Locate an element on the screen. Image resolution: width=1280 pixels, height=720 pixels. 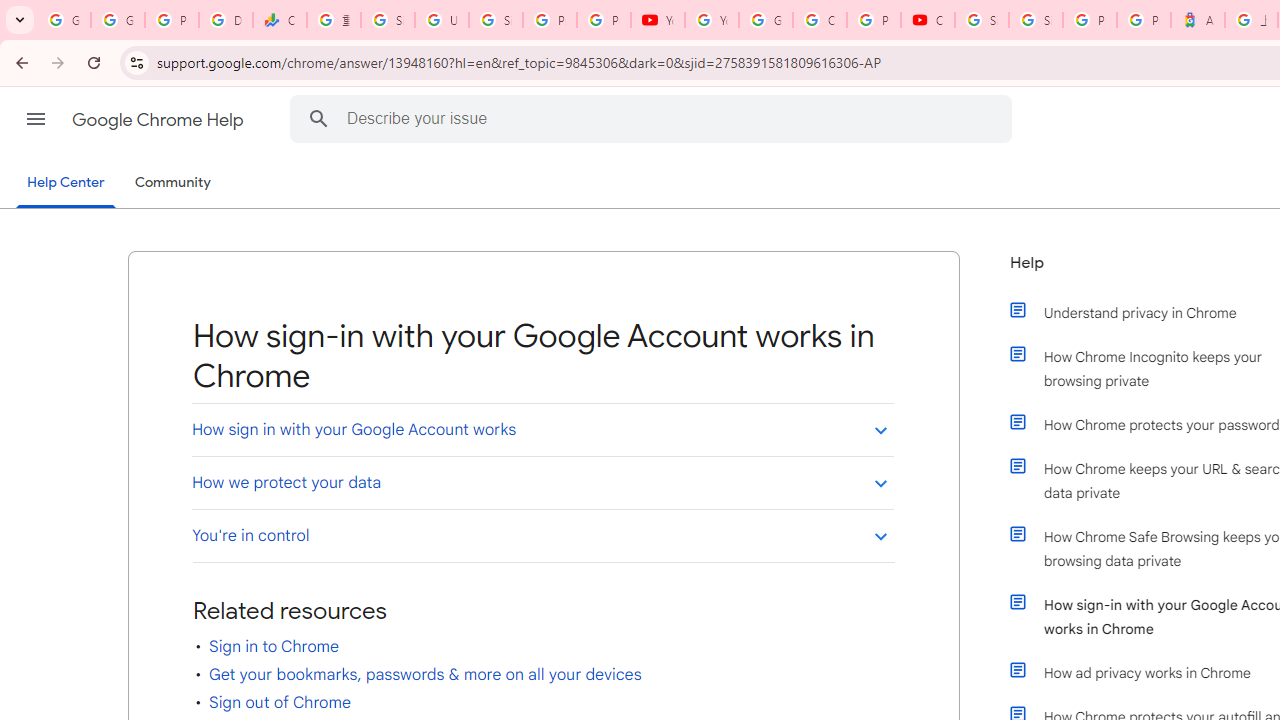
'Search Help Center' is located at coordinates (317, 118).